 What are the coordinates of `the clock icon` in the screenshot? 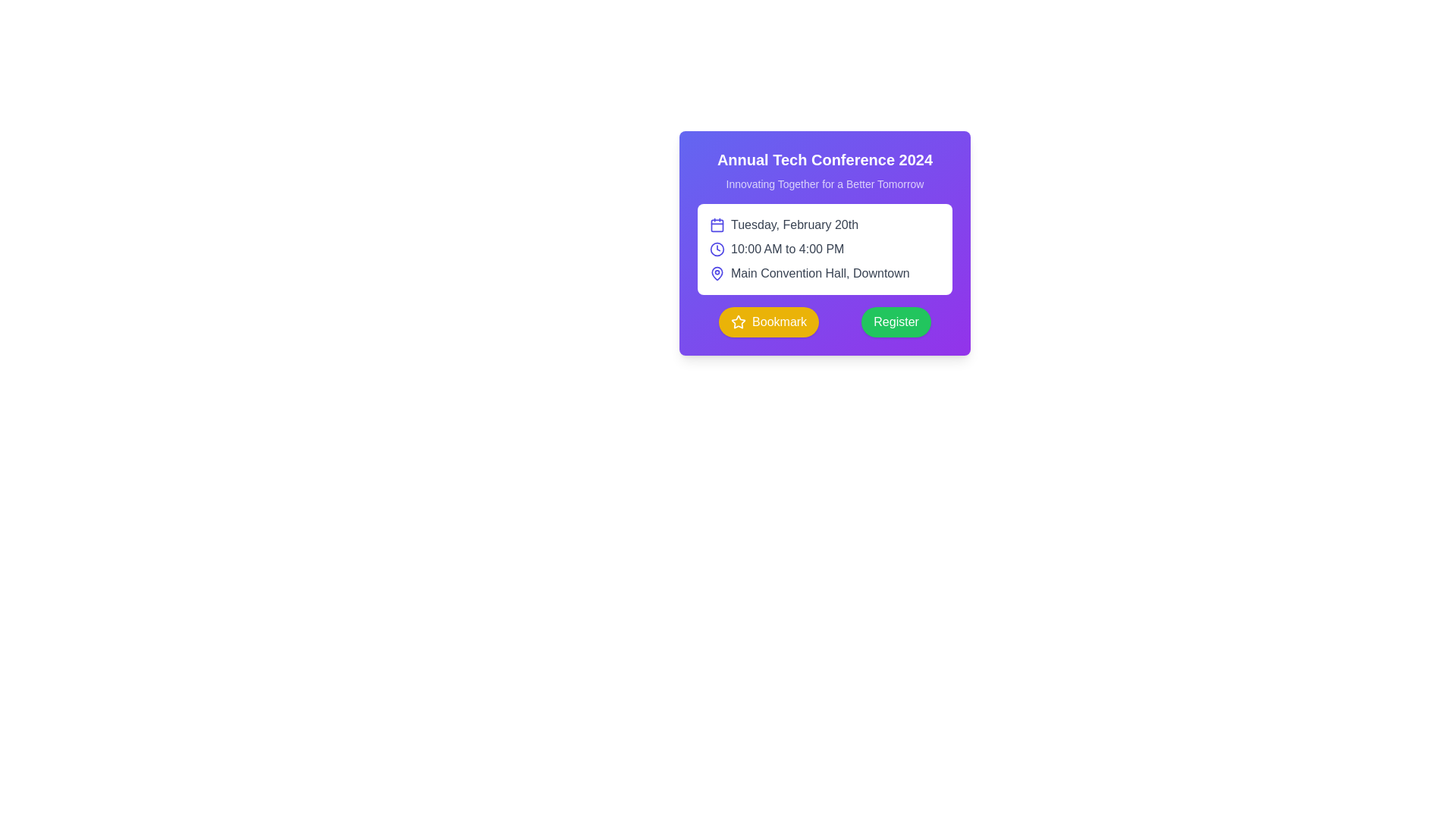 It's located at (716, 248).